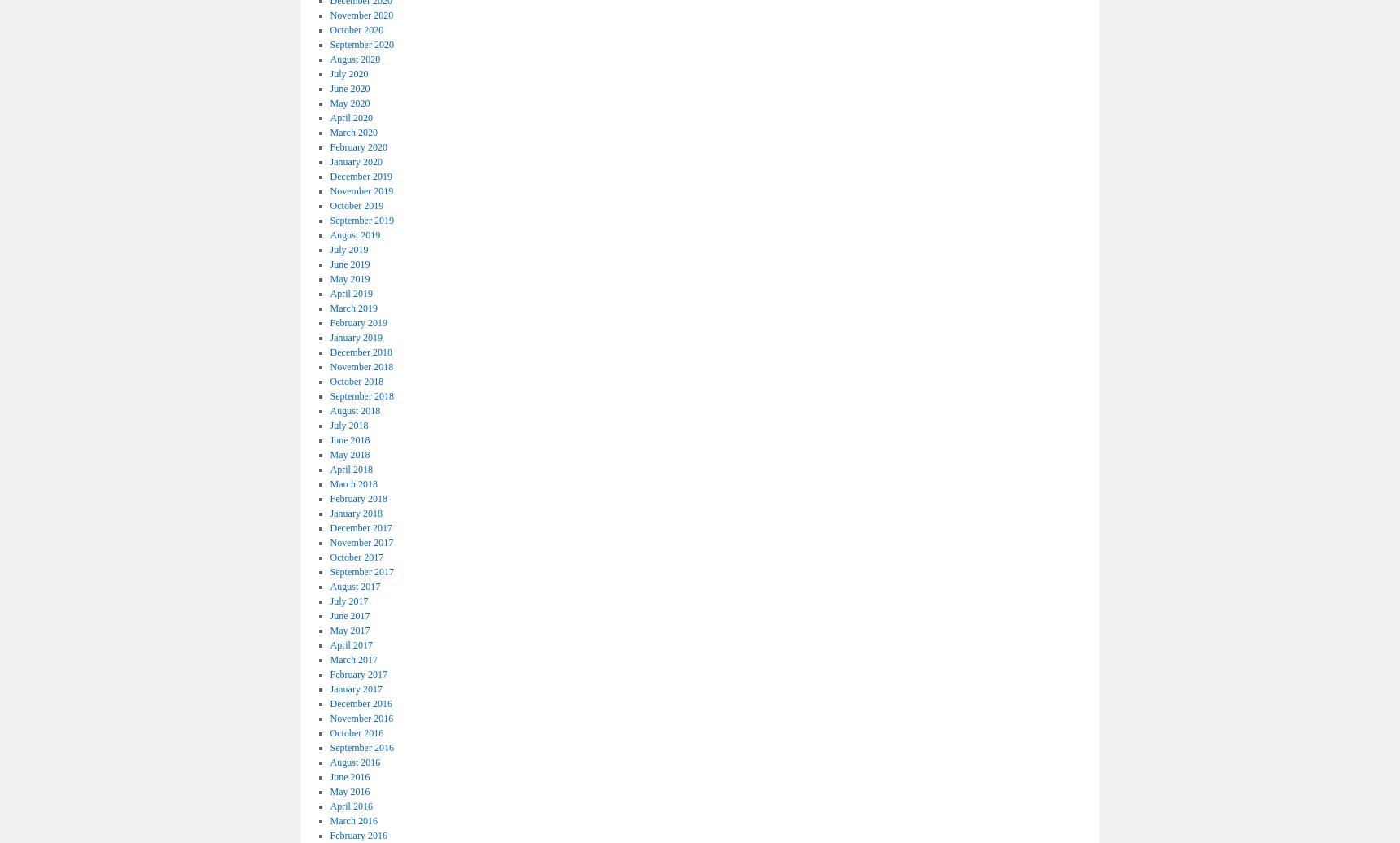 Image resolution: width=1400 pixels, height=843 pixels. What do you see at coordinates (330, 73) in the screenshot?
I see `'July 2020'` at bounding box center [330, 73].